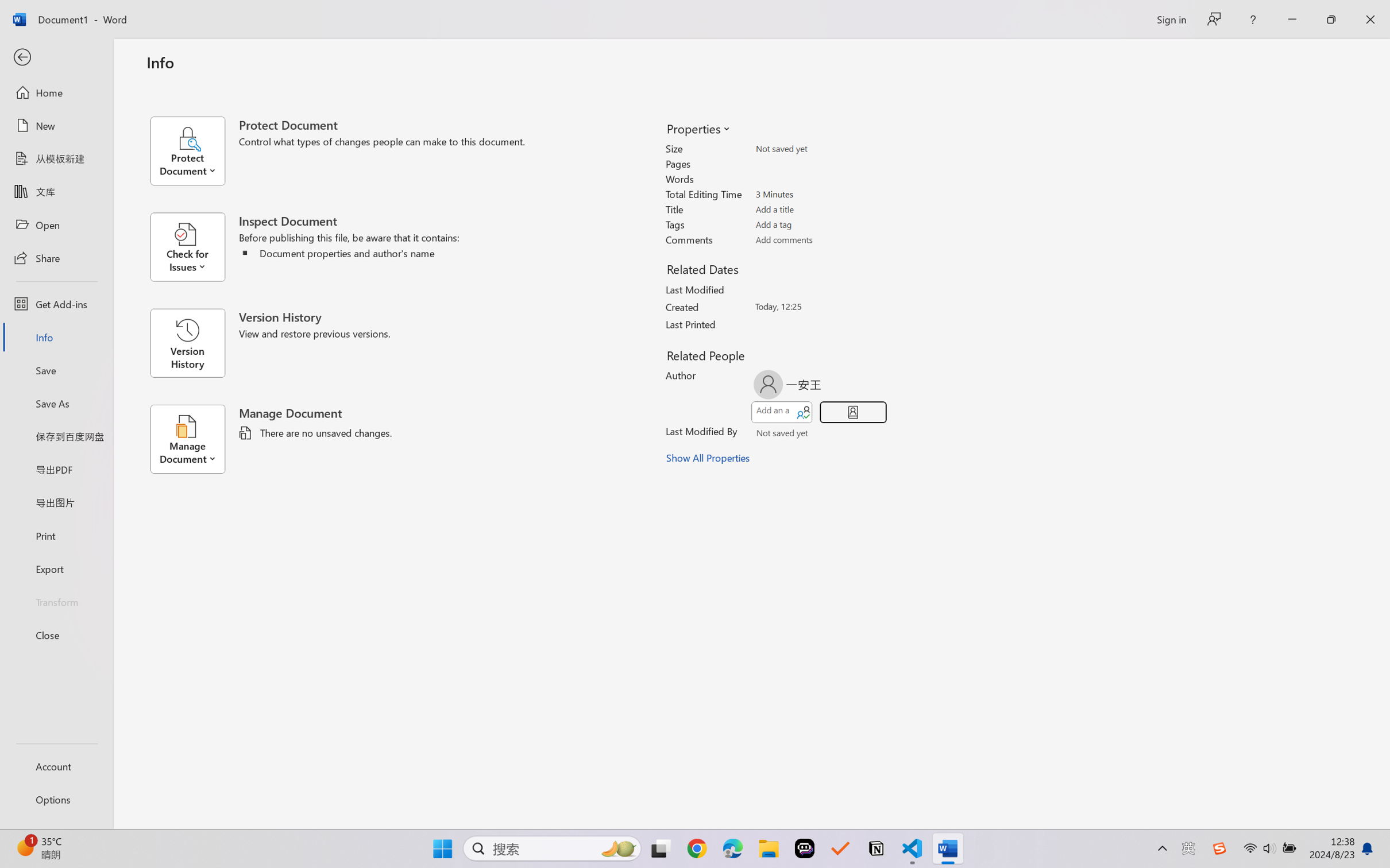  I want to click on 'Words', so click(819, 179).